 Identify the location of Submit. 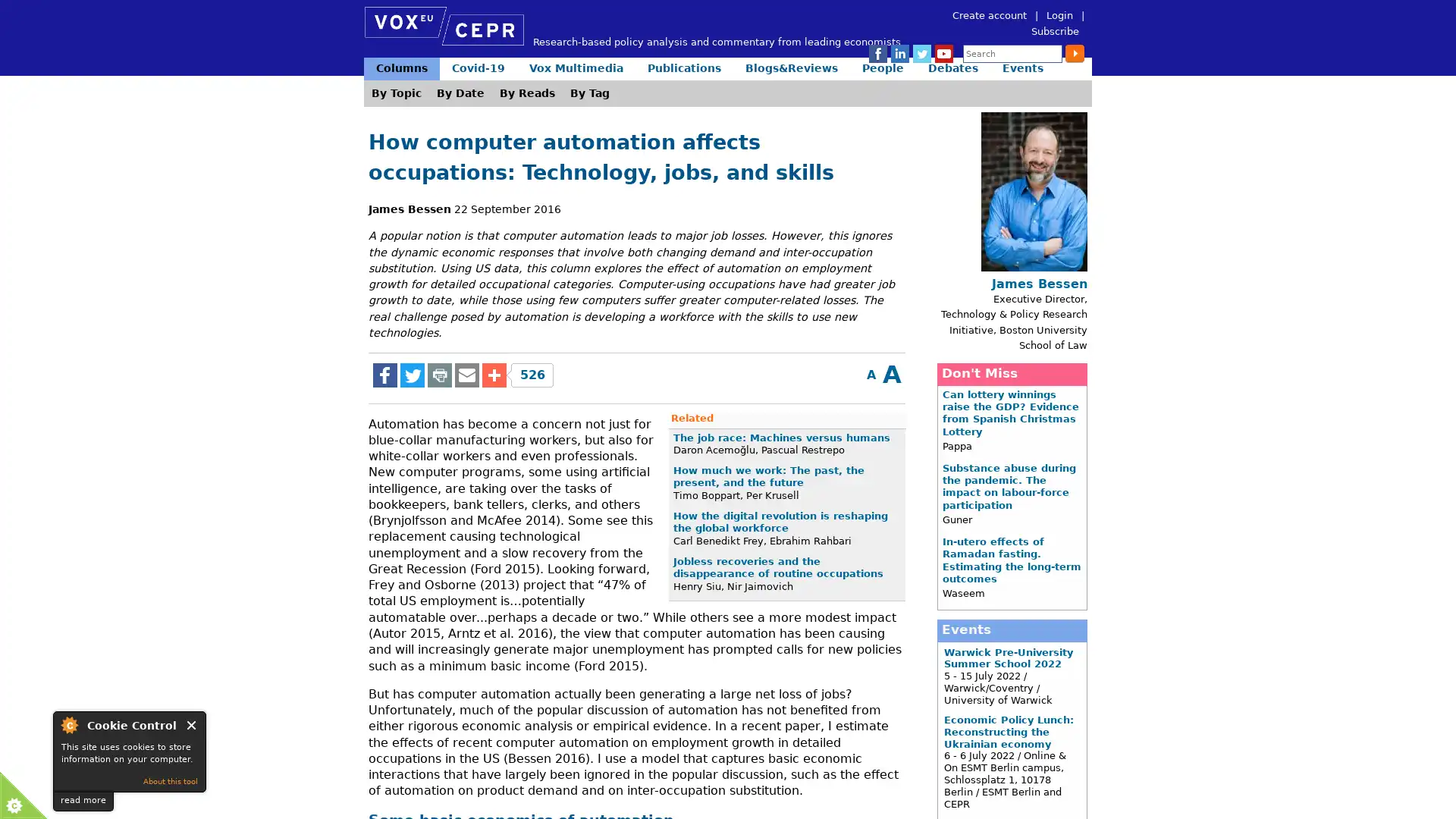
(1074, 52).